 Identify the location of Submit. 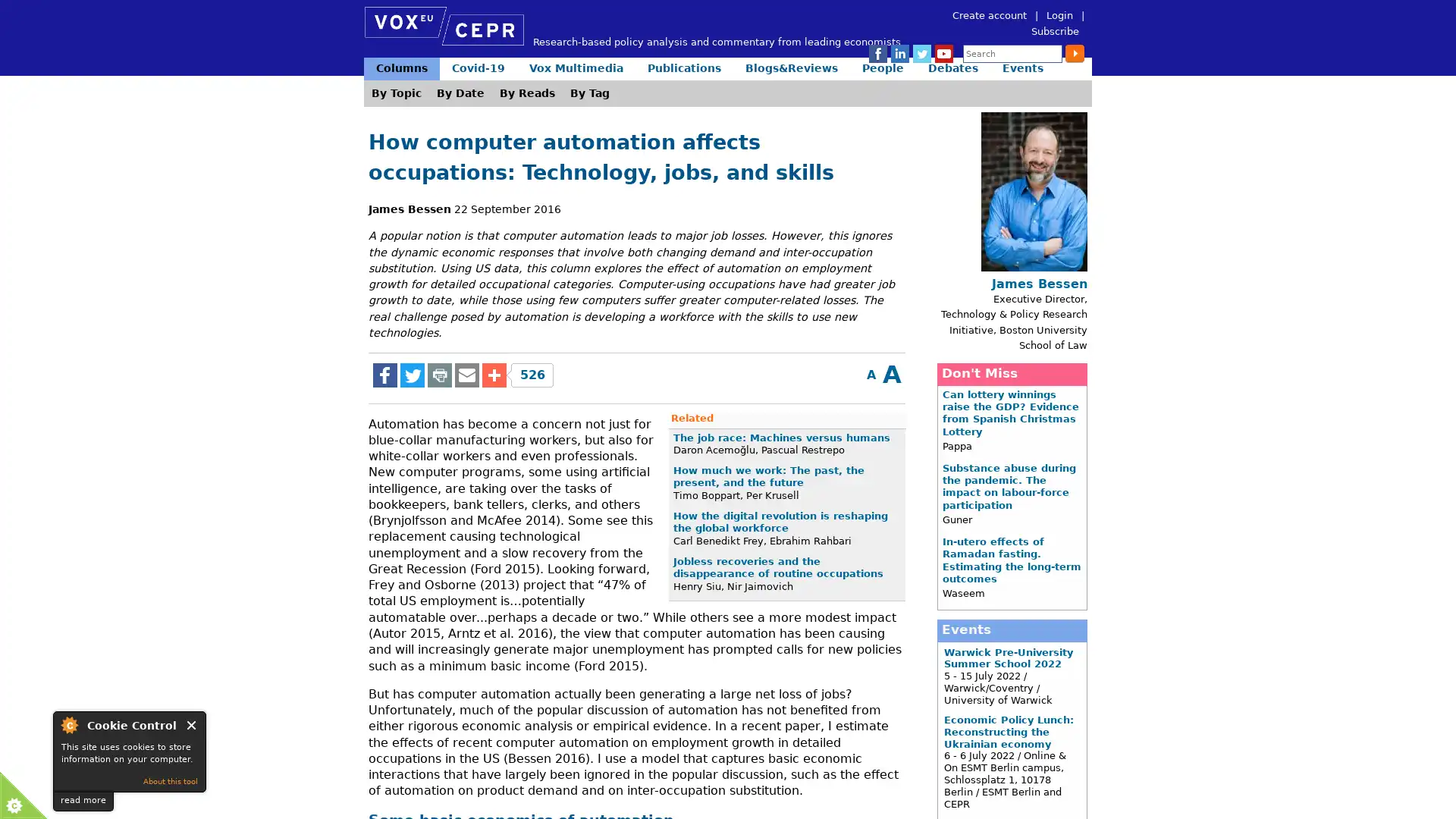
(1074, 52).